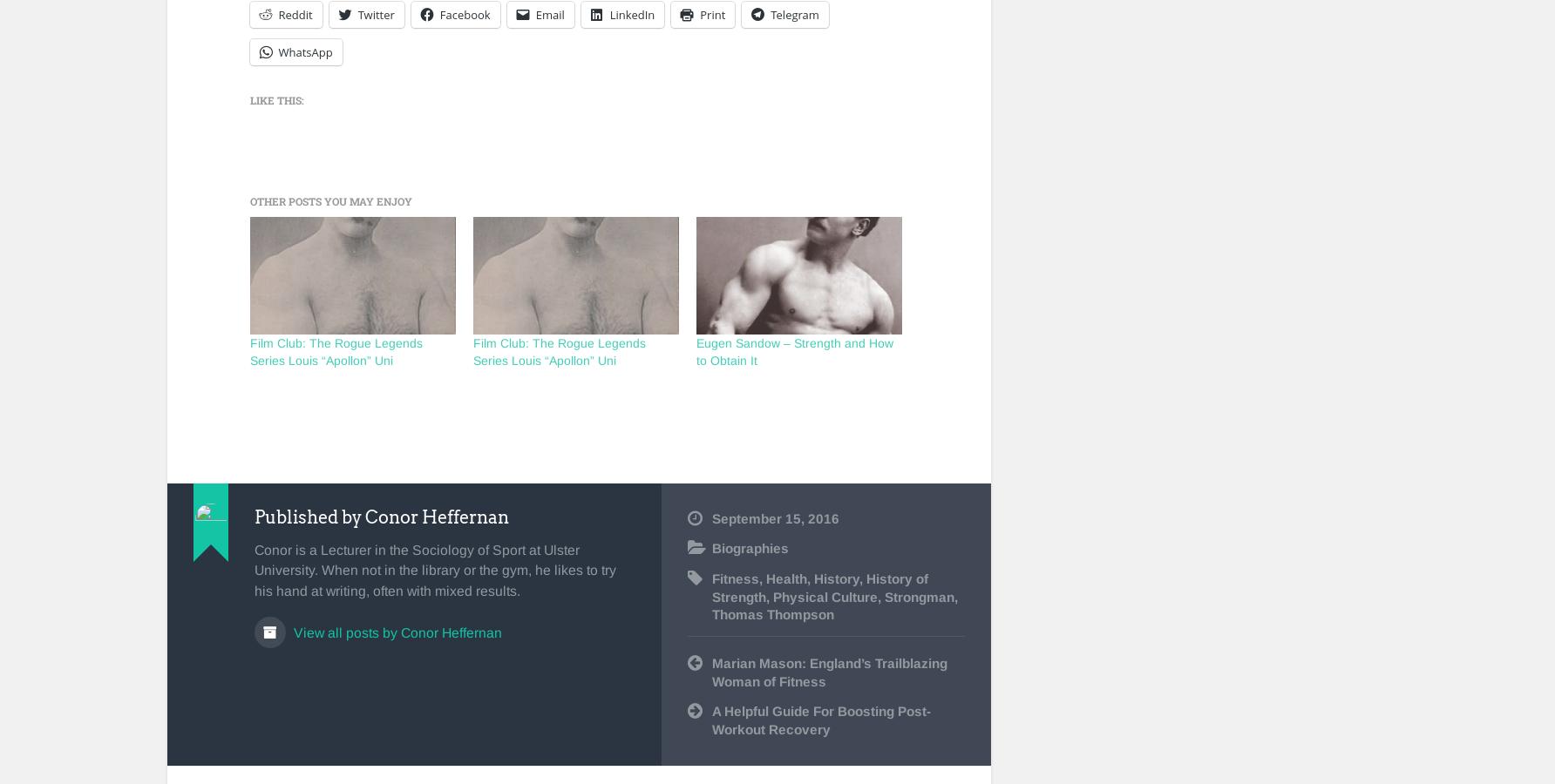 This screenshot has height=784, width=1555. What do you see at coordinates (465, 13) in the screenshot?
I see `'Facebook'` at bounding box center [465, 13].